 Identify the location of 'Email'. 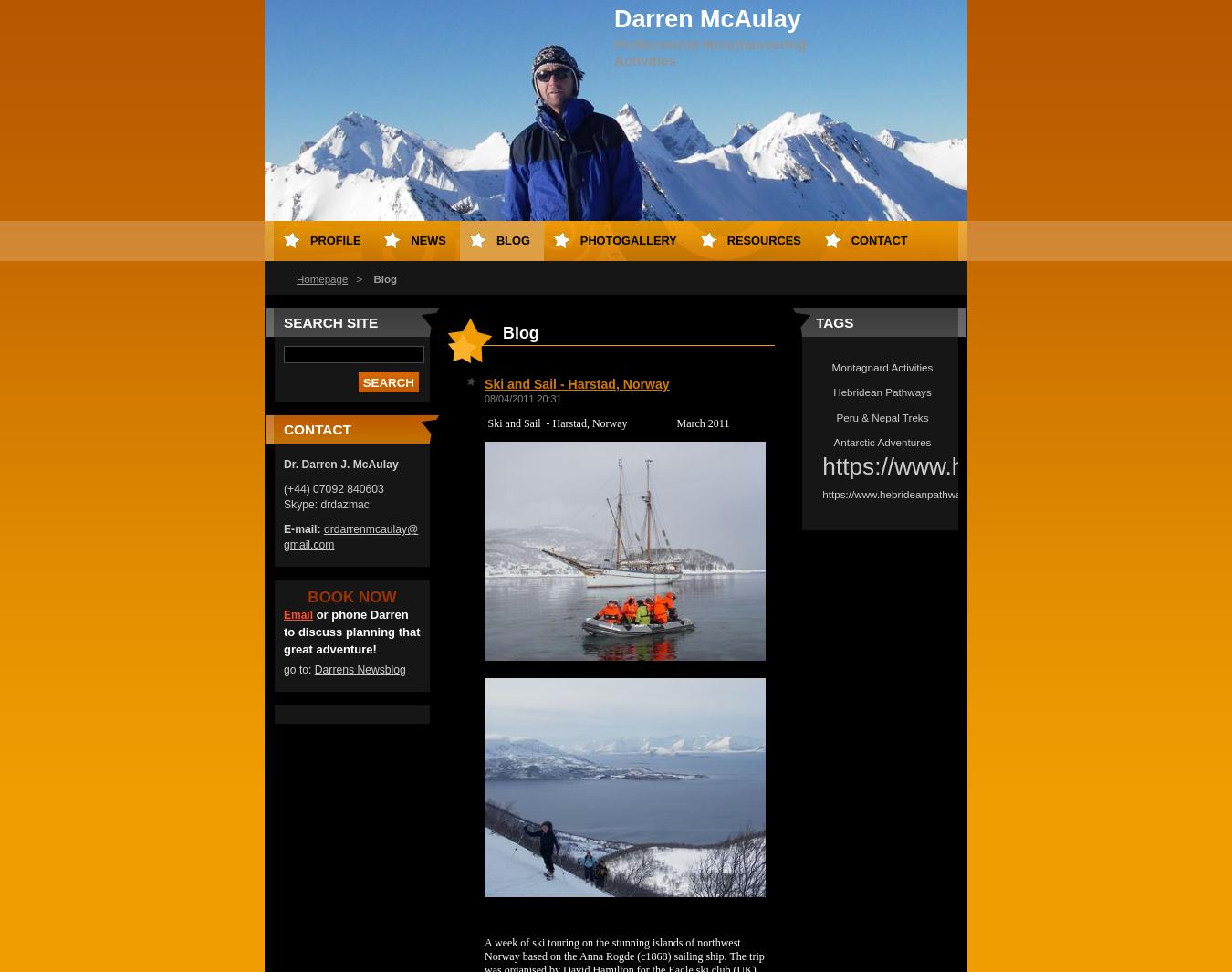
(297, 615).